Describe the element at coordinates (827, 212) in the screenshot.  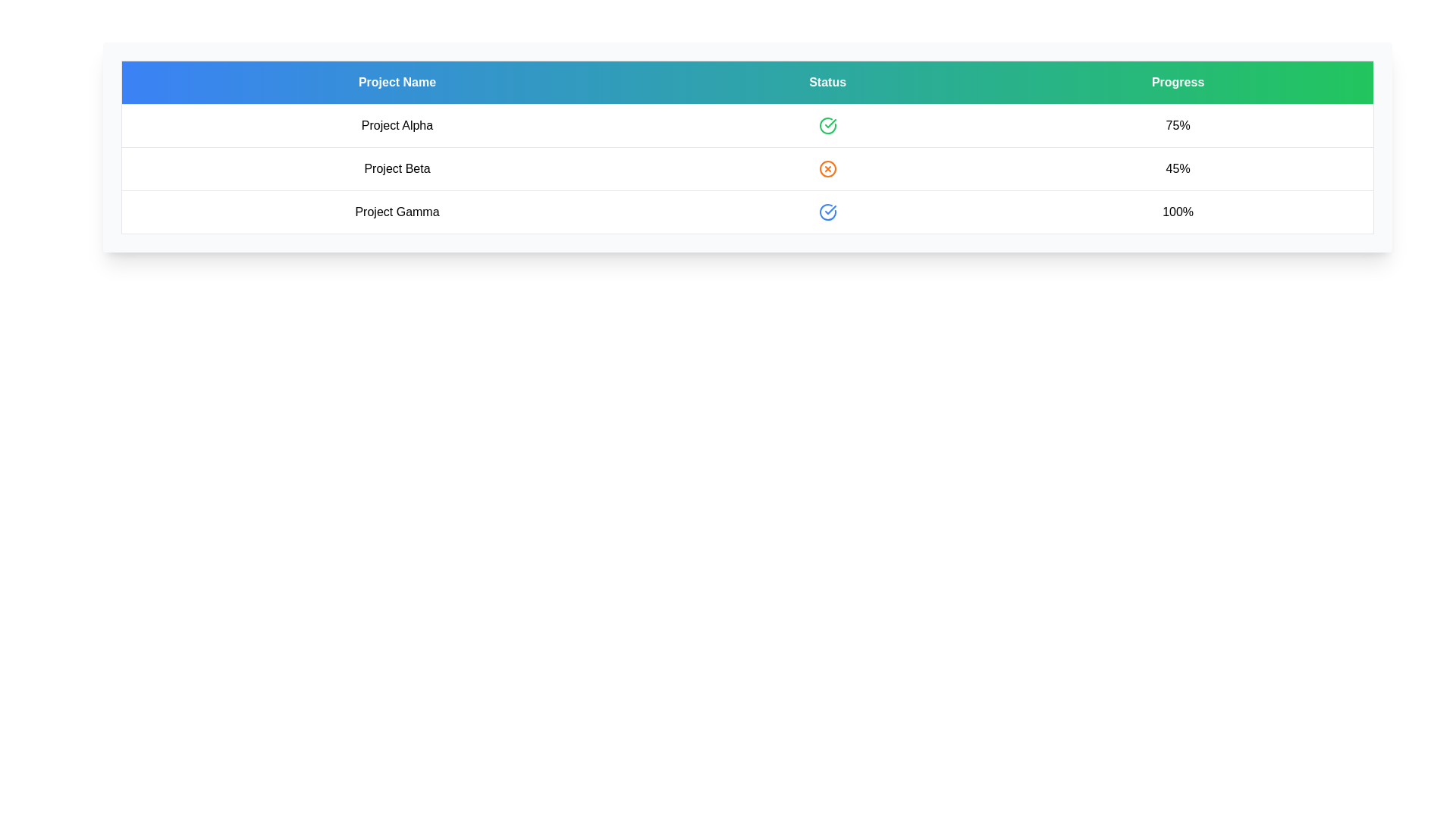
I see `the status icon for the project Project Gamma` at that location.